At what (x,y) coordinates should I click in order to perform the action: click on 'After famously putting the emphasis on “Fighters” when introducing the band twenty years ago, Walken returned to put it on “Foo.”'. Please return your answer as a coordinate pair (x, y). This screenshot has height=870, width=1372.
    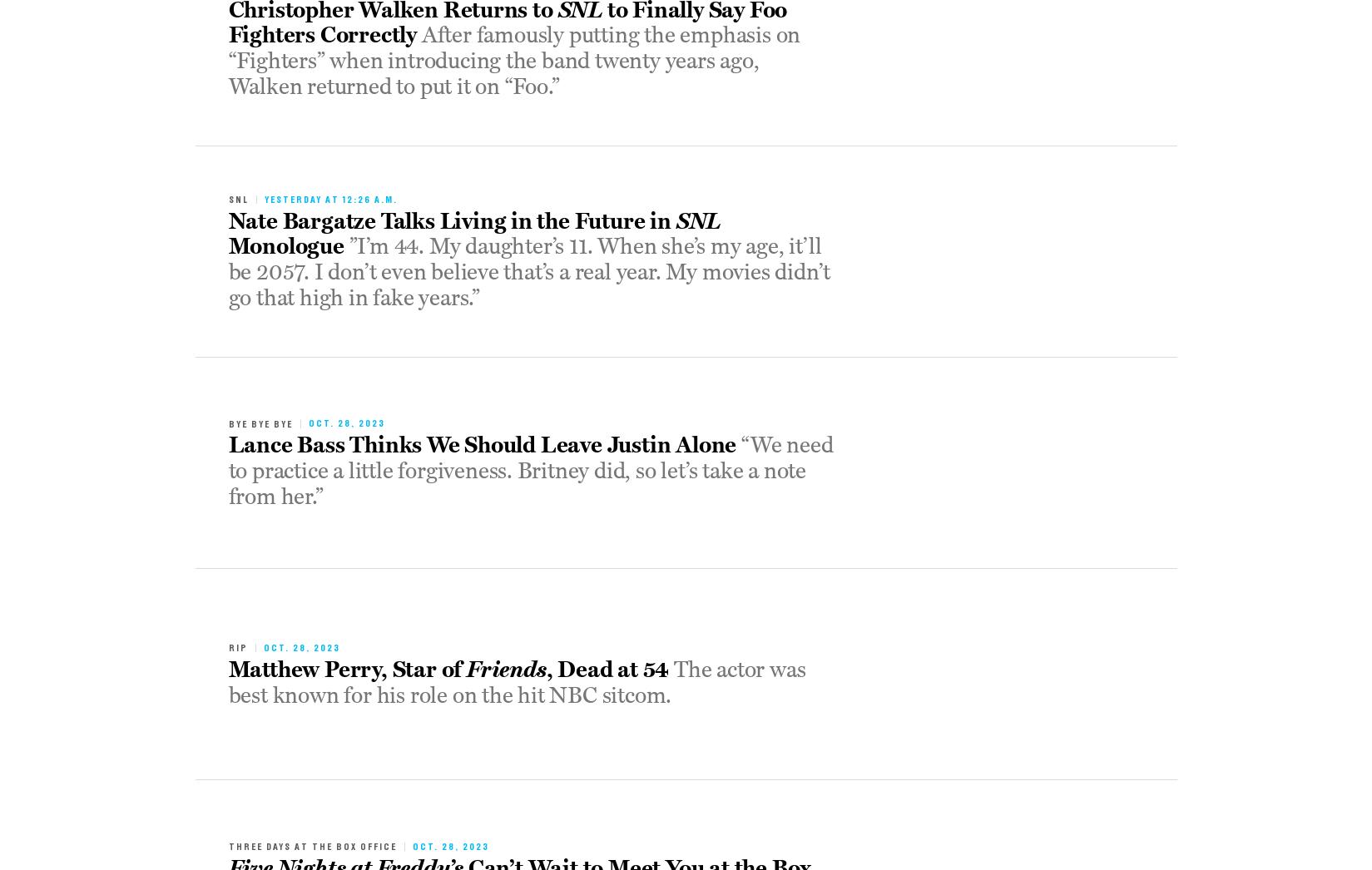
    Looking at the image, I should click on (514, 61).